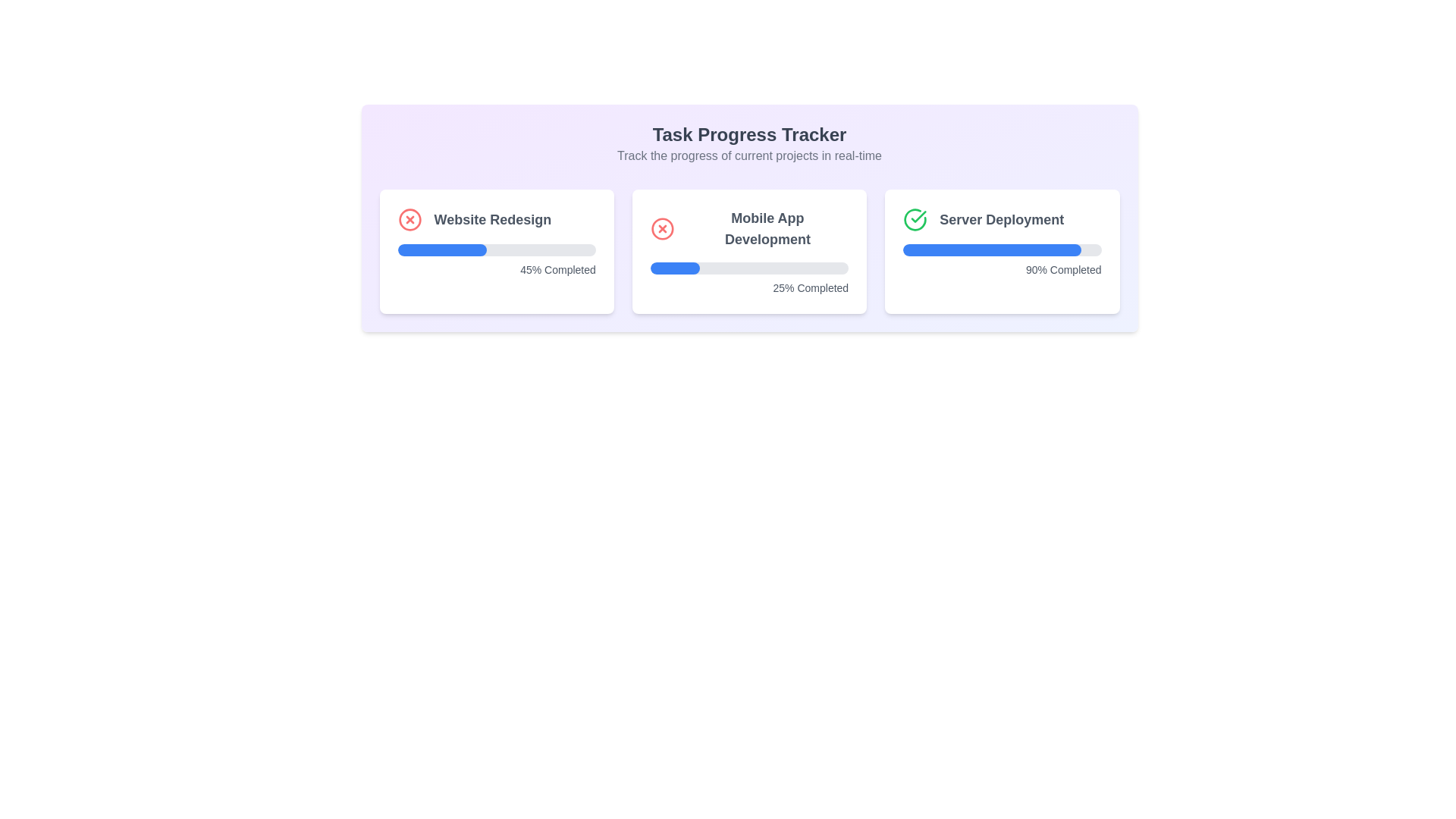 The width and height of the screenshot is (1456, 819). Describe the element at coordinates (497, 219) in the screenshot. I see `the label displaying 'Website Redesign' with a red 'X' icon, located at the top left of the first task card in the project progress row` at that location.